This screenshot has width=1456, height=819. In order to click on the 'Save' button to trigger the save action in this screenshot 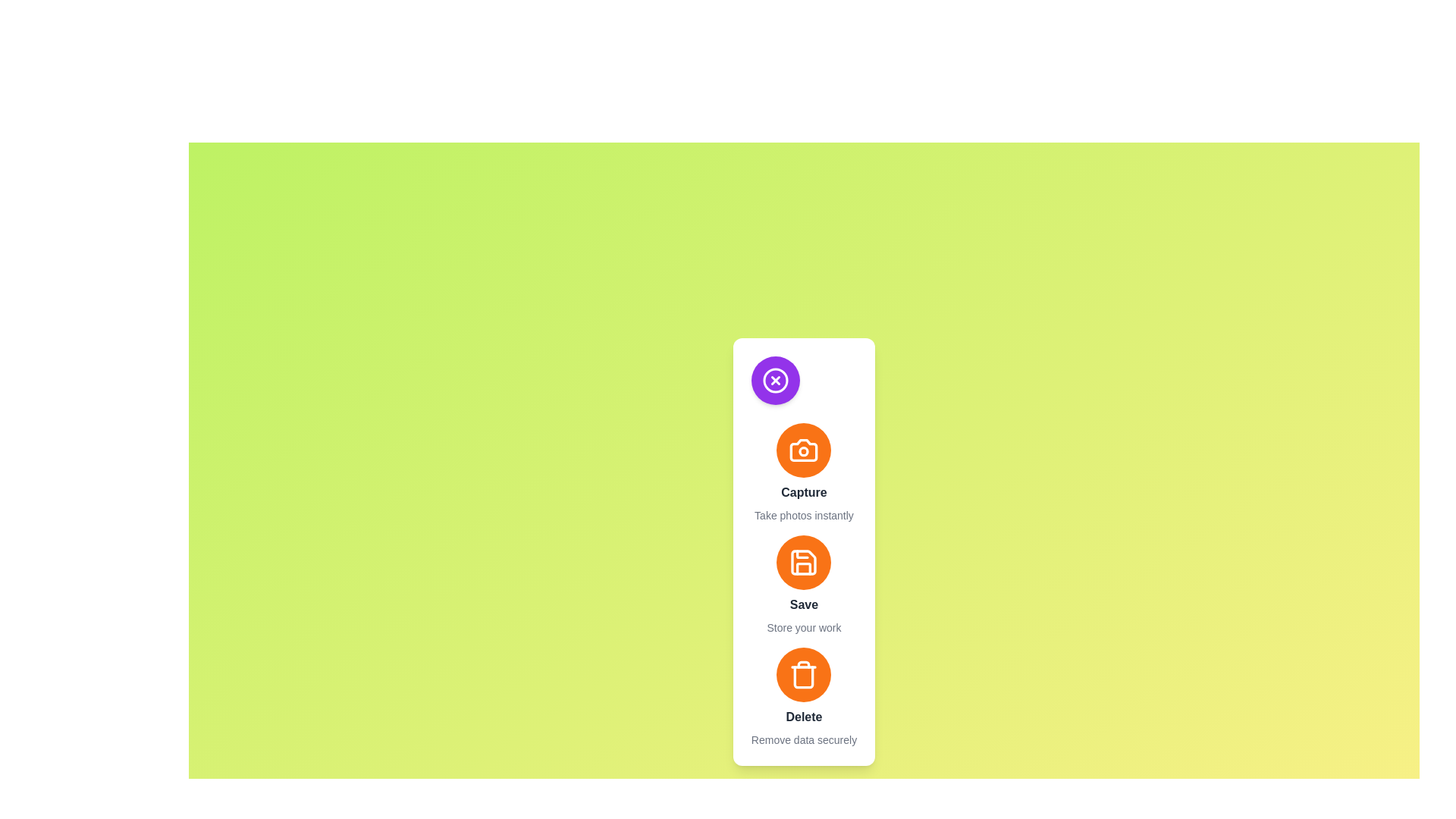, I will do `click(803, 562)`.